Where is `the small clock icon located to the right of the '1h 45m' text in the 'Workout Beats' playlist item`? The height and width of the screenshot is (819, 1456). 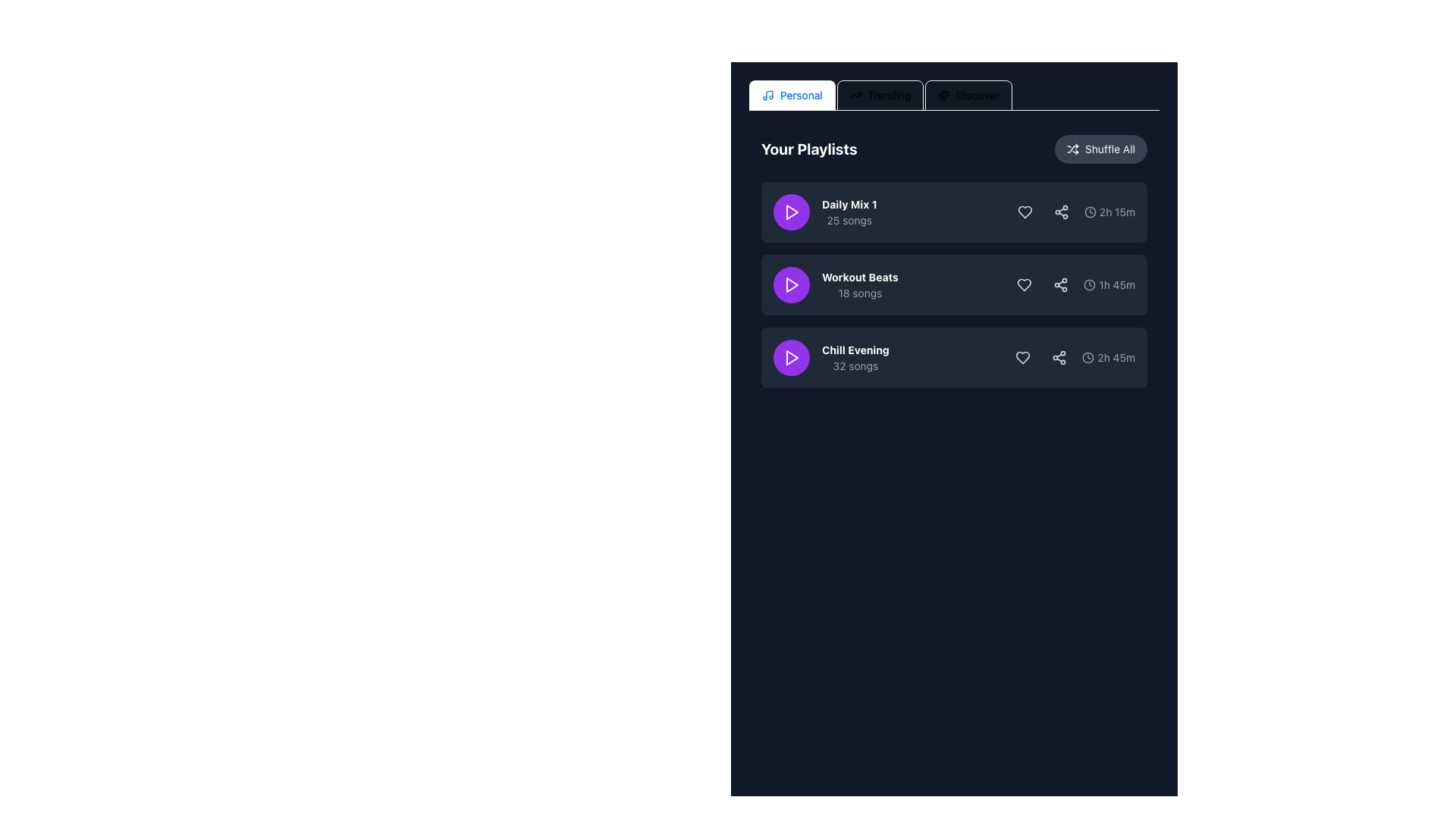
the small clock icon located to the right of the '1h 45m' text in the 'Workout Beats' playlist item is located at coordinates (1089, 284).